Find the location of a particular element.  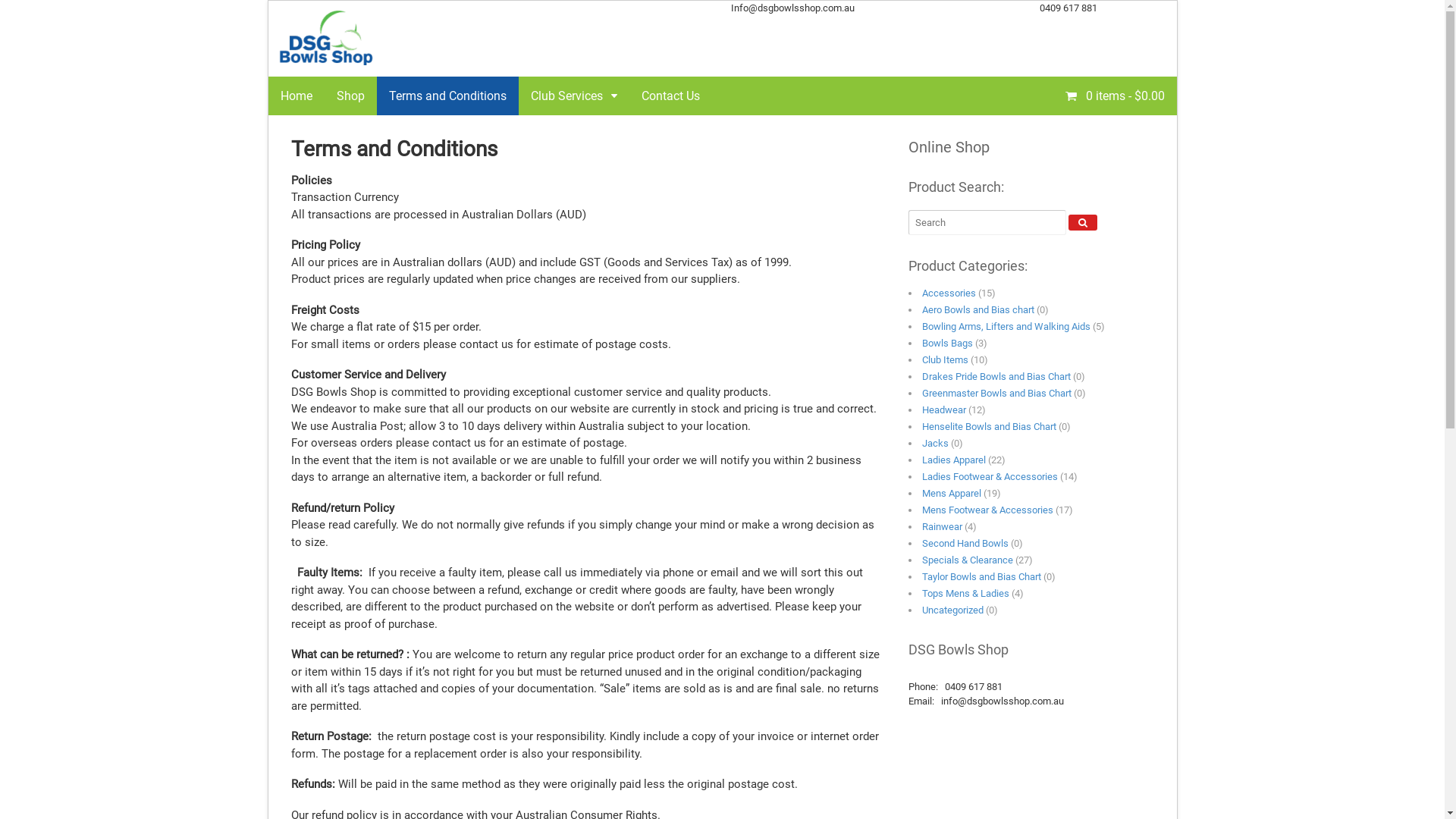

'0 items - $0.00' is located at coordinates (1051, 94).